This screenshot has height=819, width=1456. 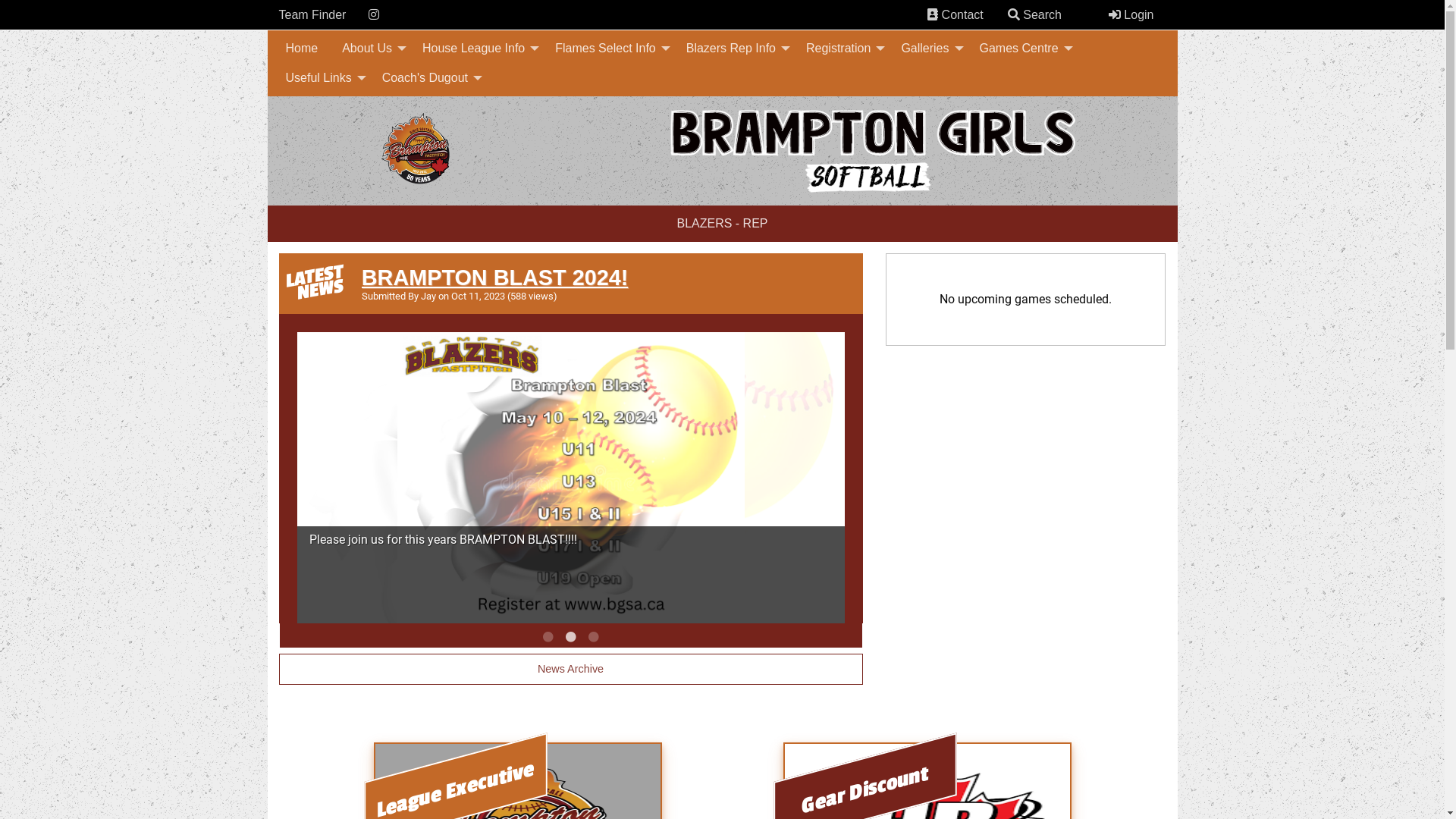 I want to click on 'Coach's Dugout', so click(x=427, y=78).